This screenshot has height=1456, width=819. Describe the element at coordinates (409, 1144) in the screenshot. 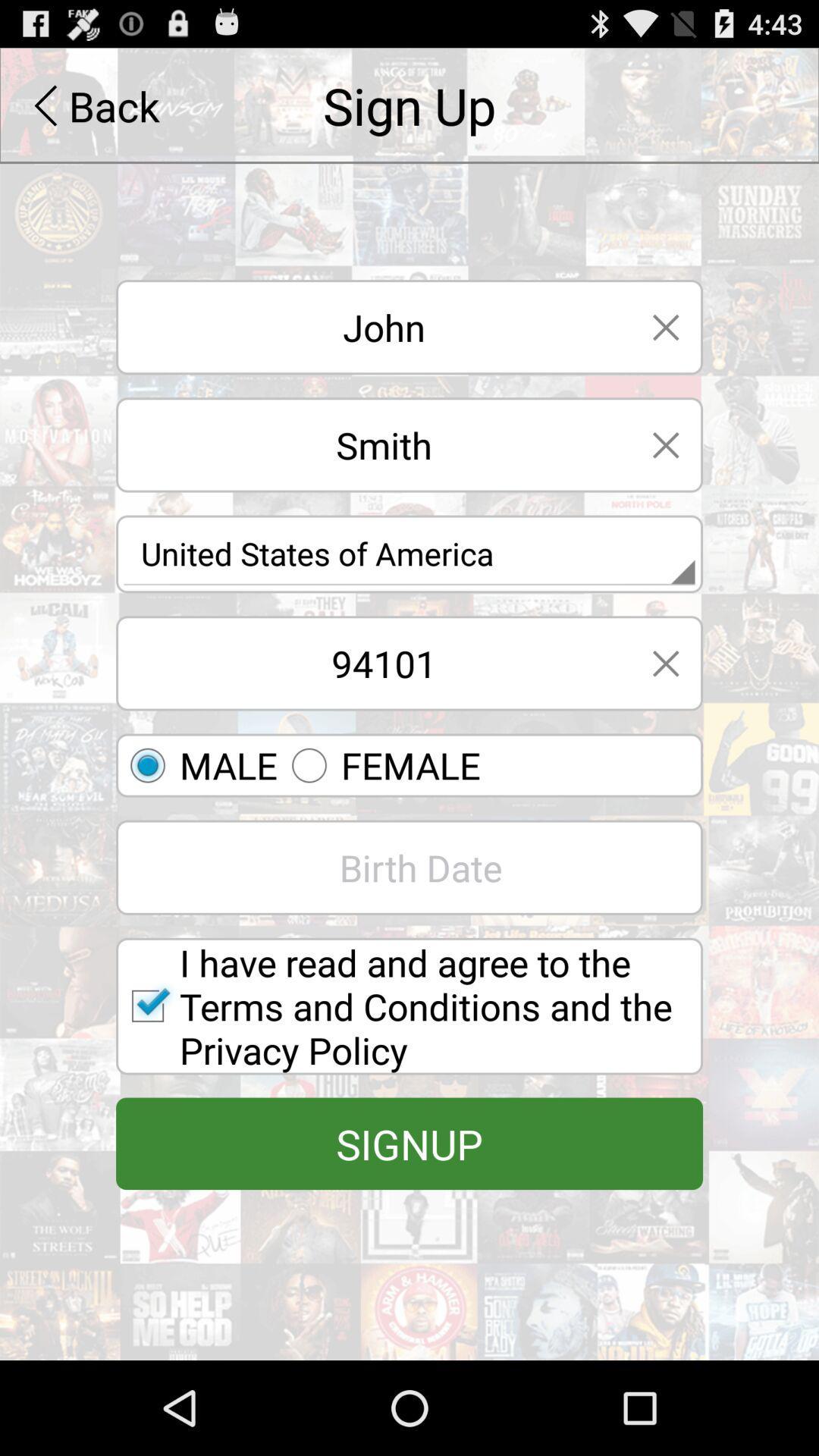

I see `signup` at that location.